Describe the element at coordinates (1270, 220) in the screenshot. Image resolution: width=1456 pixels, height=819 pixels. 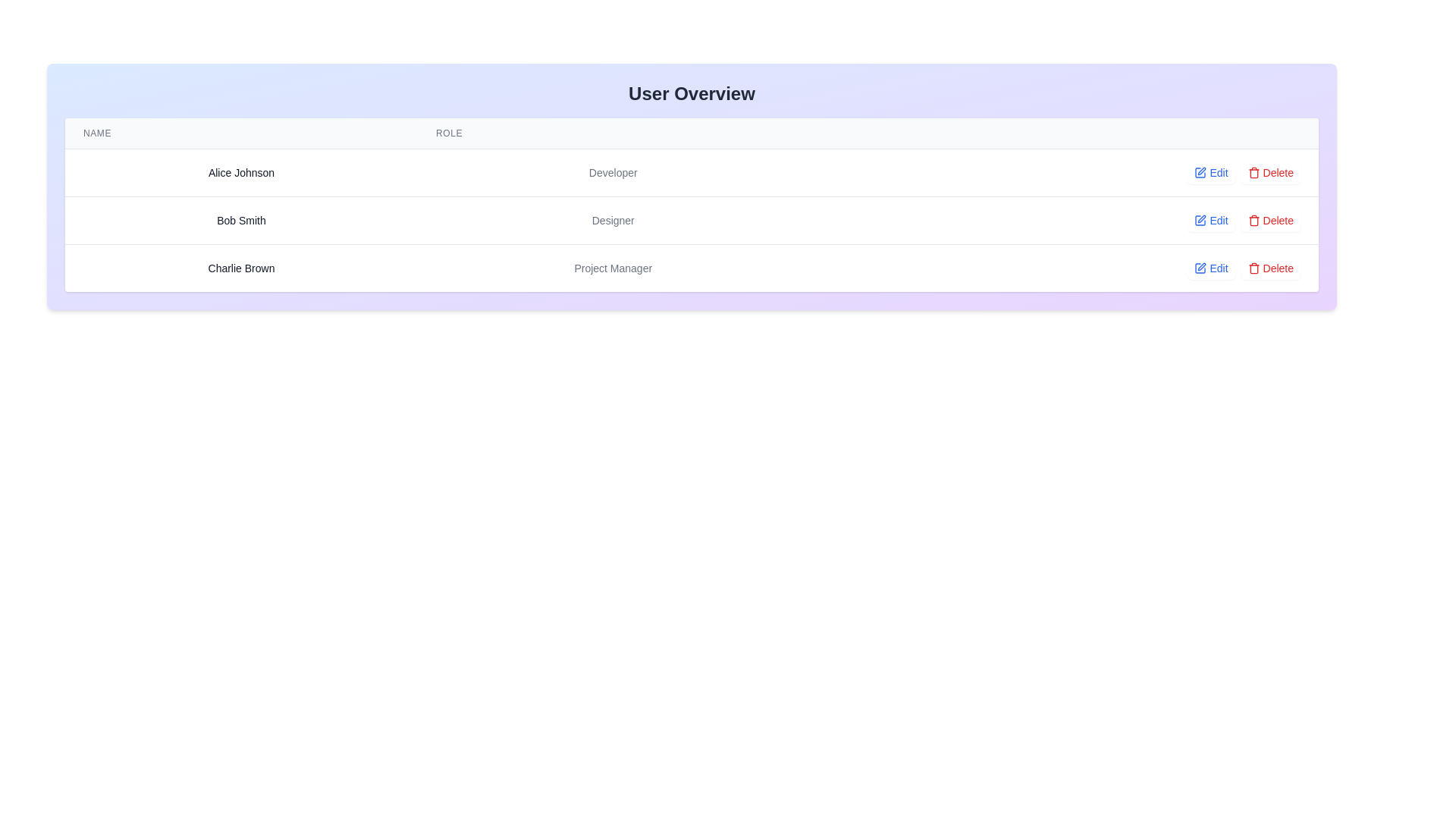
I see `the 'Delete' button with a red trash can icon located in the second row of the table under the actions column` at that location.